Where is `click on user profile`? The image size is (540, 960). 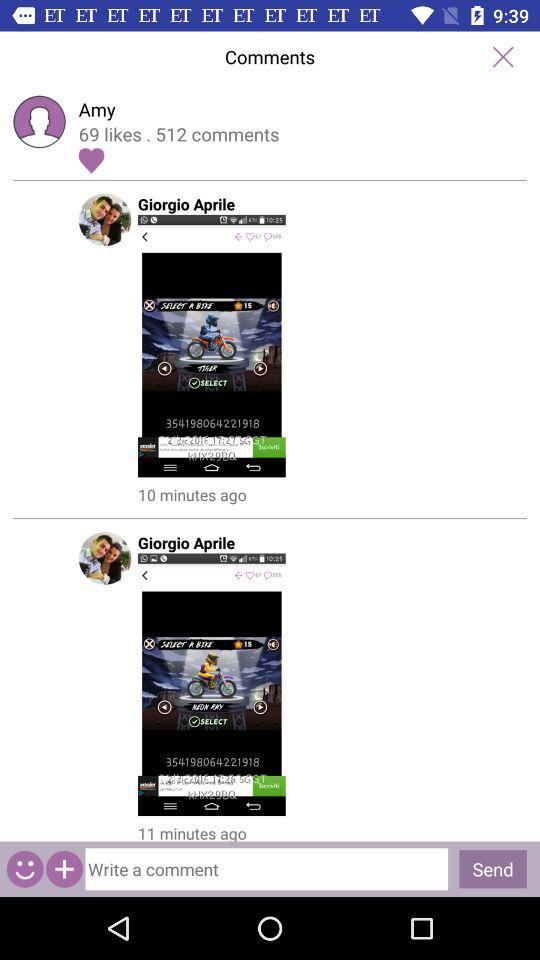
click on user profile is located at coordinates (269, 346).